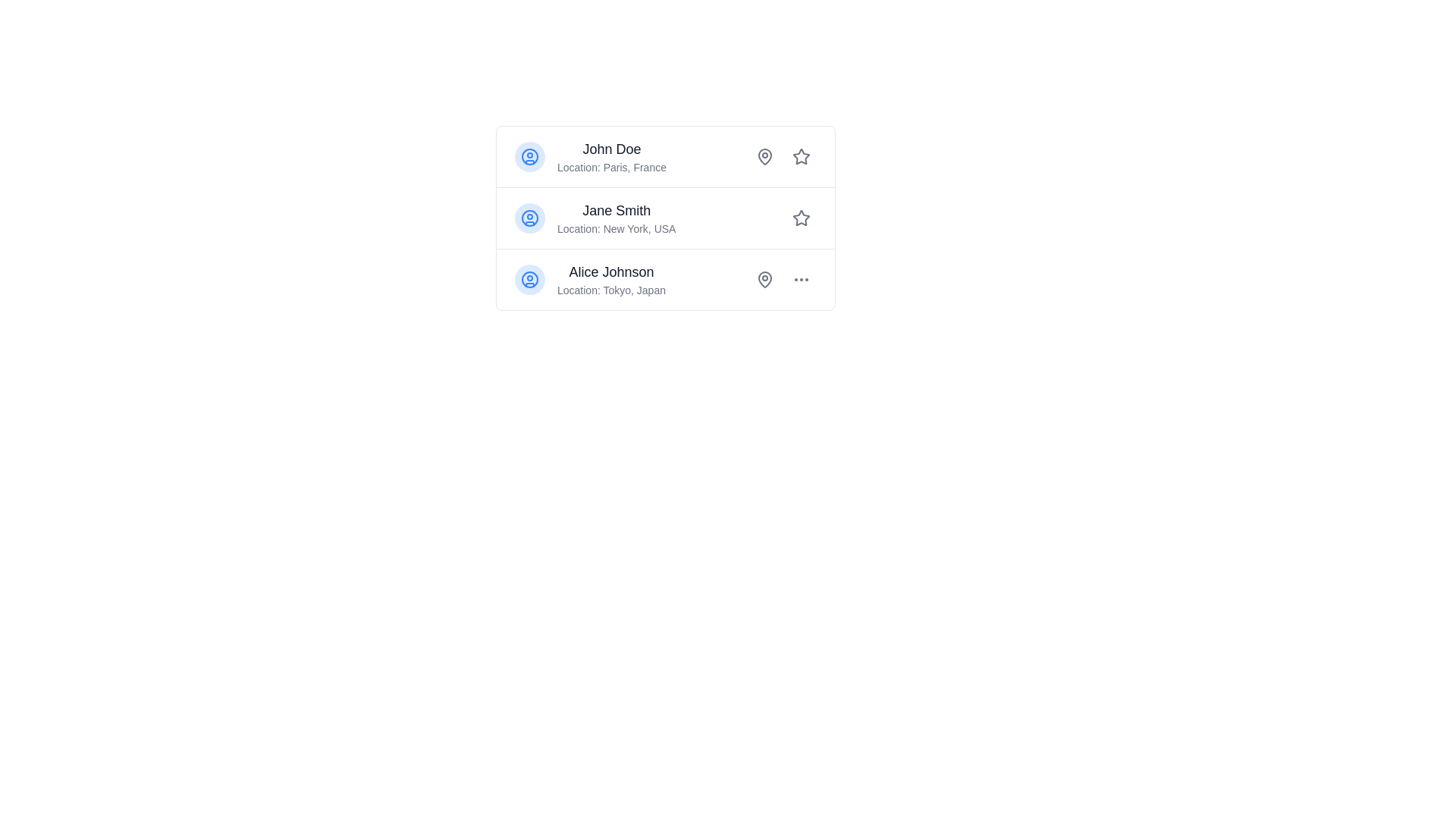 The width and height of the screenshot is (1456, 819). What do you see at coordinates (611, 271) in the screenshot?
I see `the text label representing the name of the third profile entry in the list, located above the text 'Location: Tokyo, Japan'` at bounding box center [611, 271].